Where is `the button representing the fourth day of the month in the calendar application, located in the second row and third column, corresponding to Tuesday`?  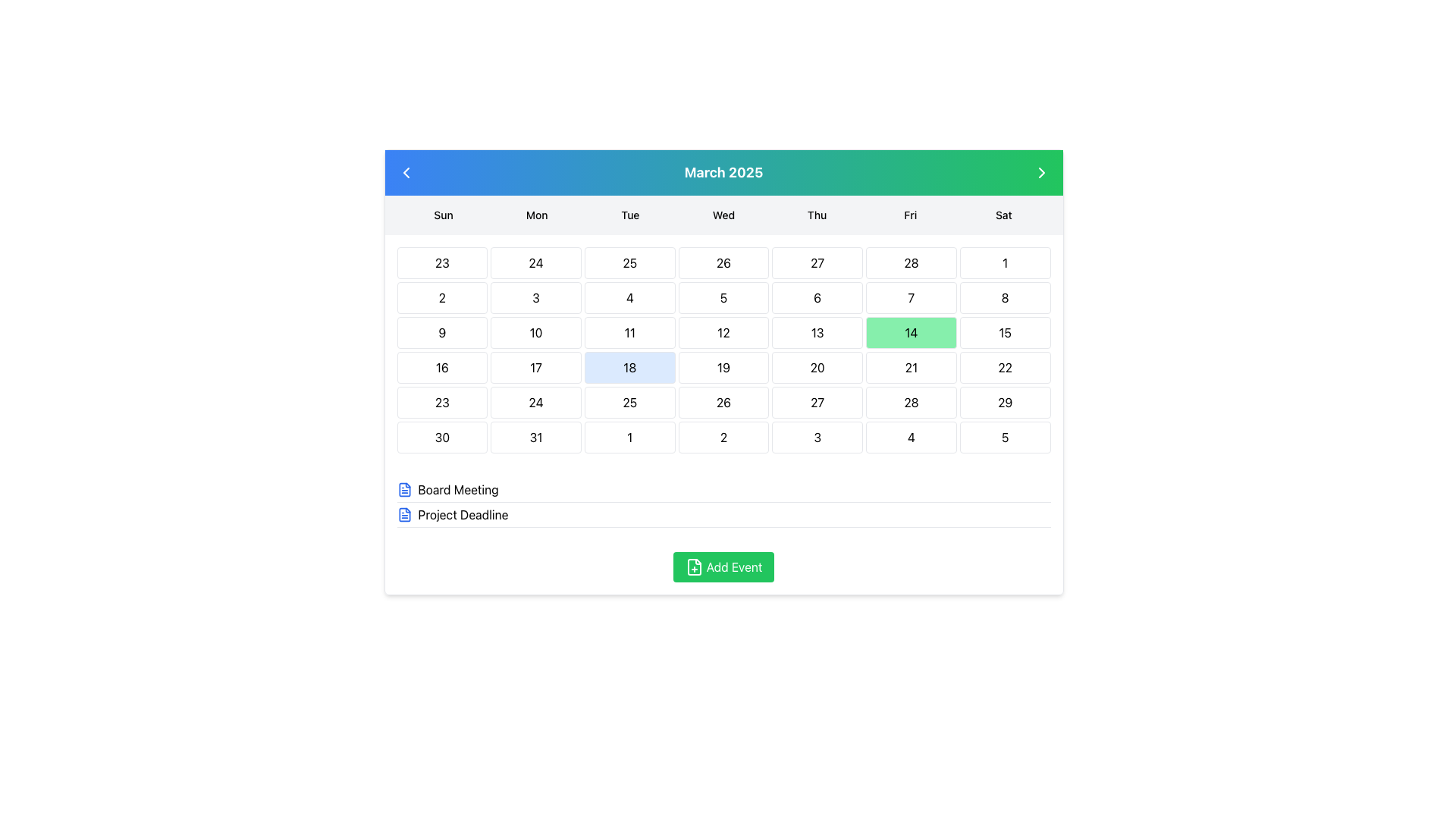 the button representing the fourth day of the month in the calendar application, located in the second row and third column, corresponding to Tuesday is located at coordinates (629, 298).